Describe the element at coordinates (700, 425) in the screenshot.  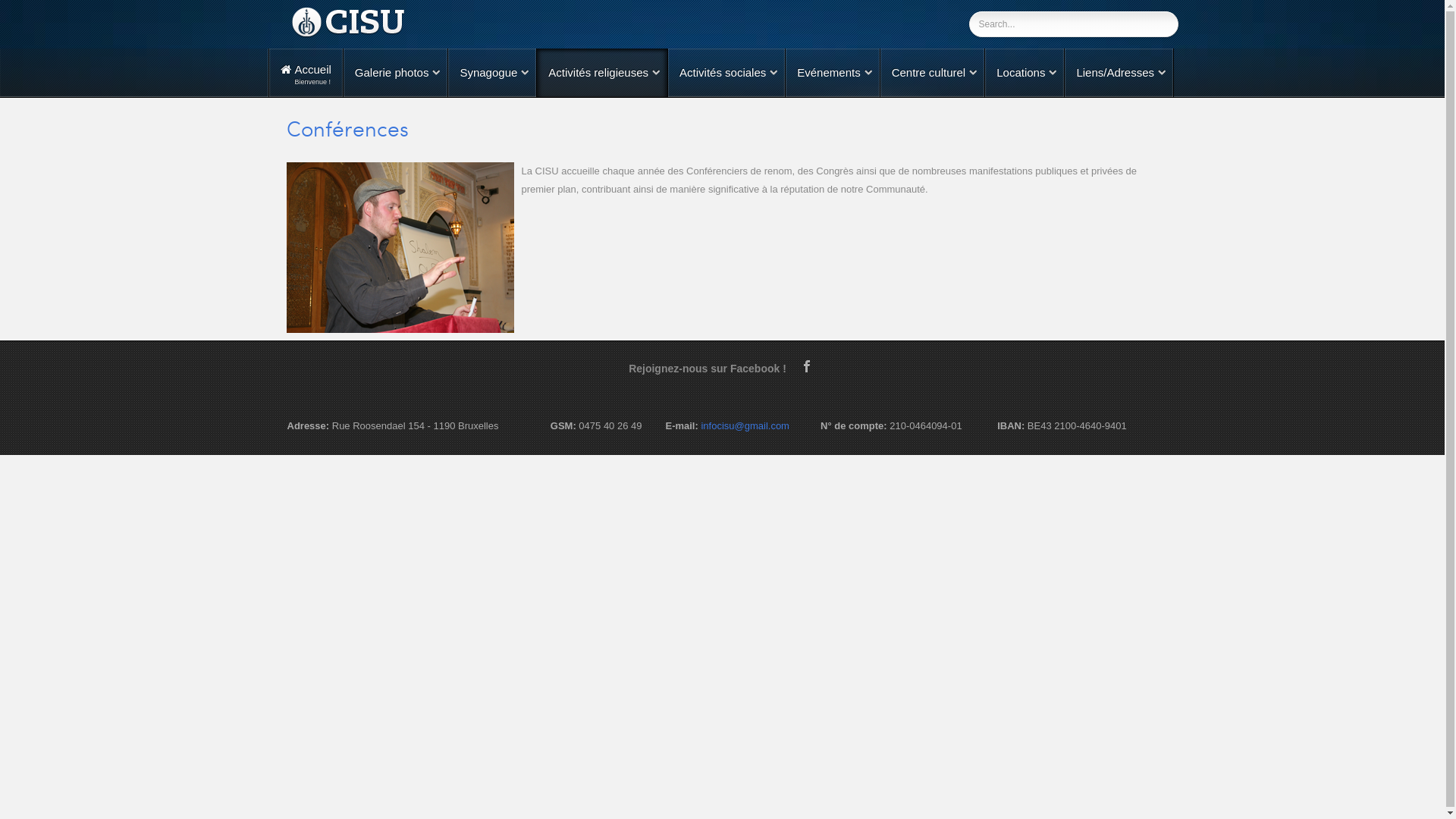
I see `'infocisu@gmail.com'` at that location.